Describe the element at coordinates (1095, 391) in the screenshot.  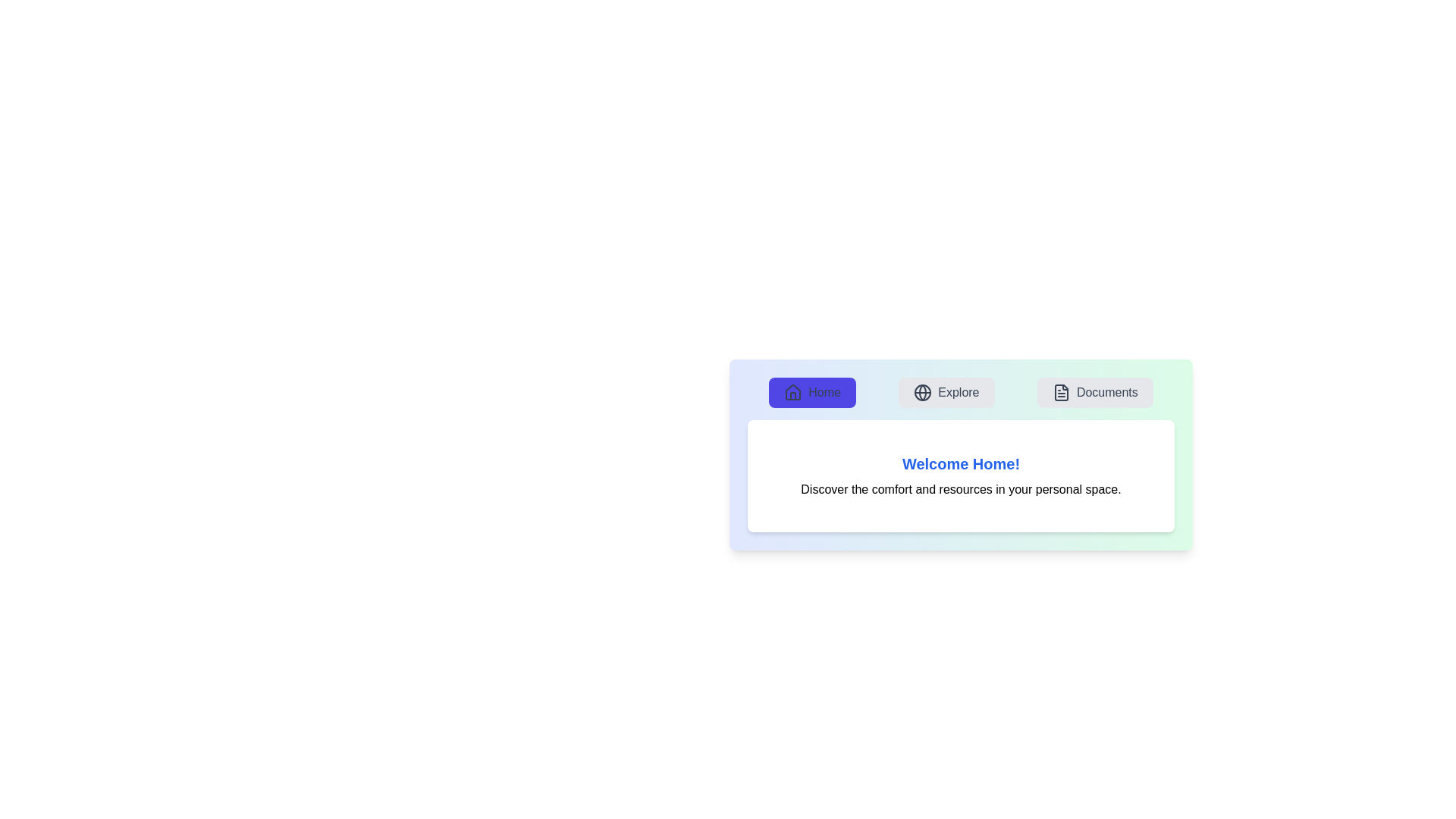
I see `the Documents tab by clicking the respective button` at that location.